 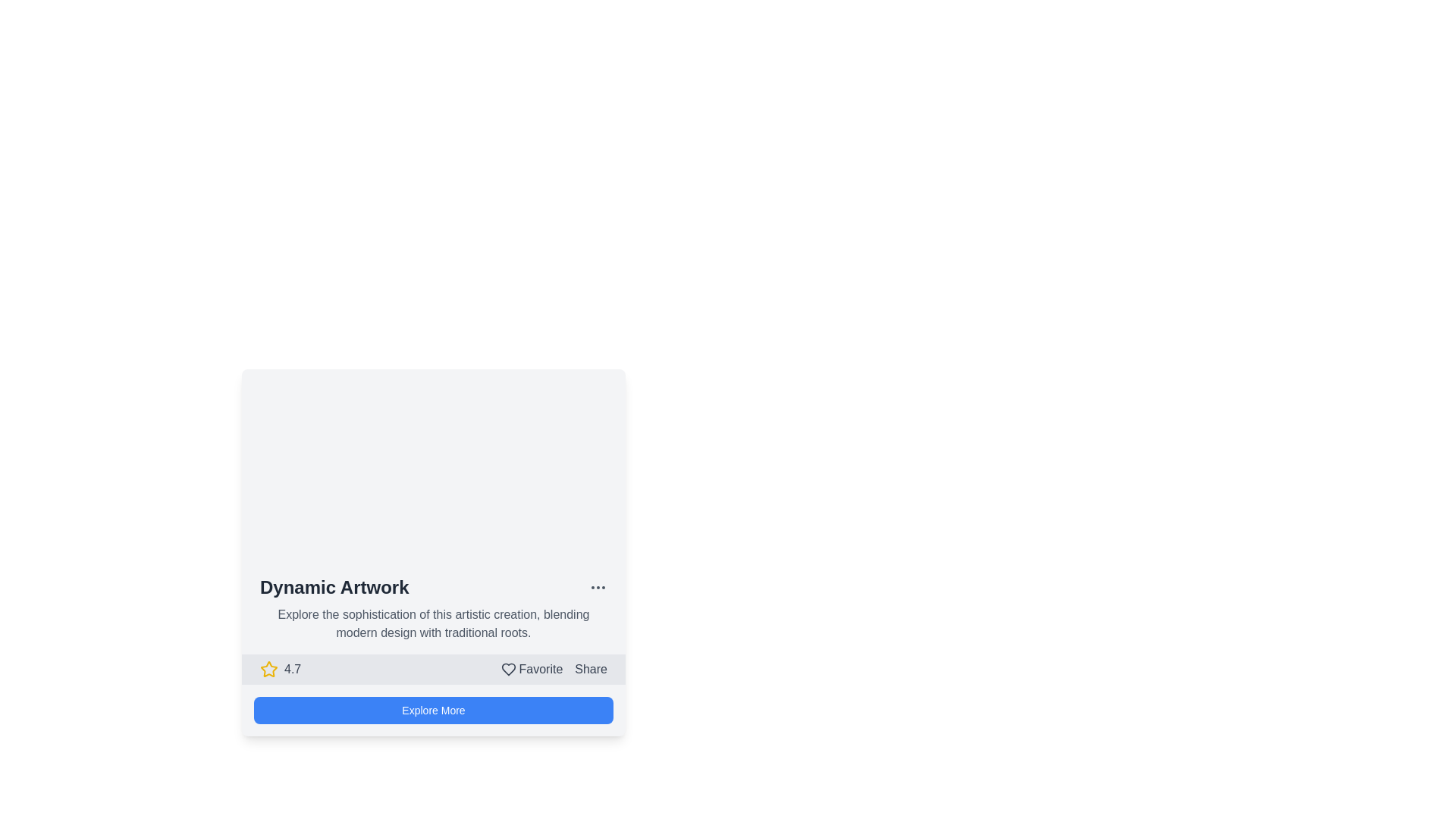 What do you see at coordinates (590, 669) in the screenshot?
I see `the clickable share button located to the right of the 'Favorite' text at the bottom right of the card` at bounding box center [590, 669].